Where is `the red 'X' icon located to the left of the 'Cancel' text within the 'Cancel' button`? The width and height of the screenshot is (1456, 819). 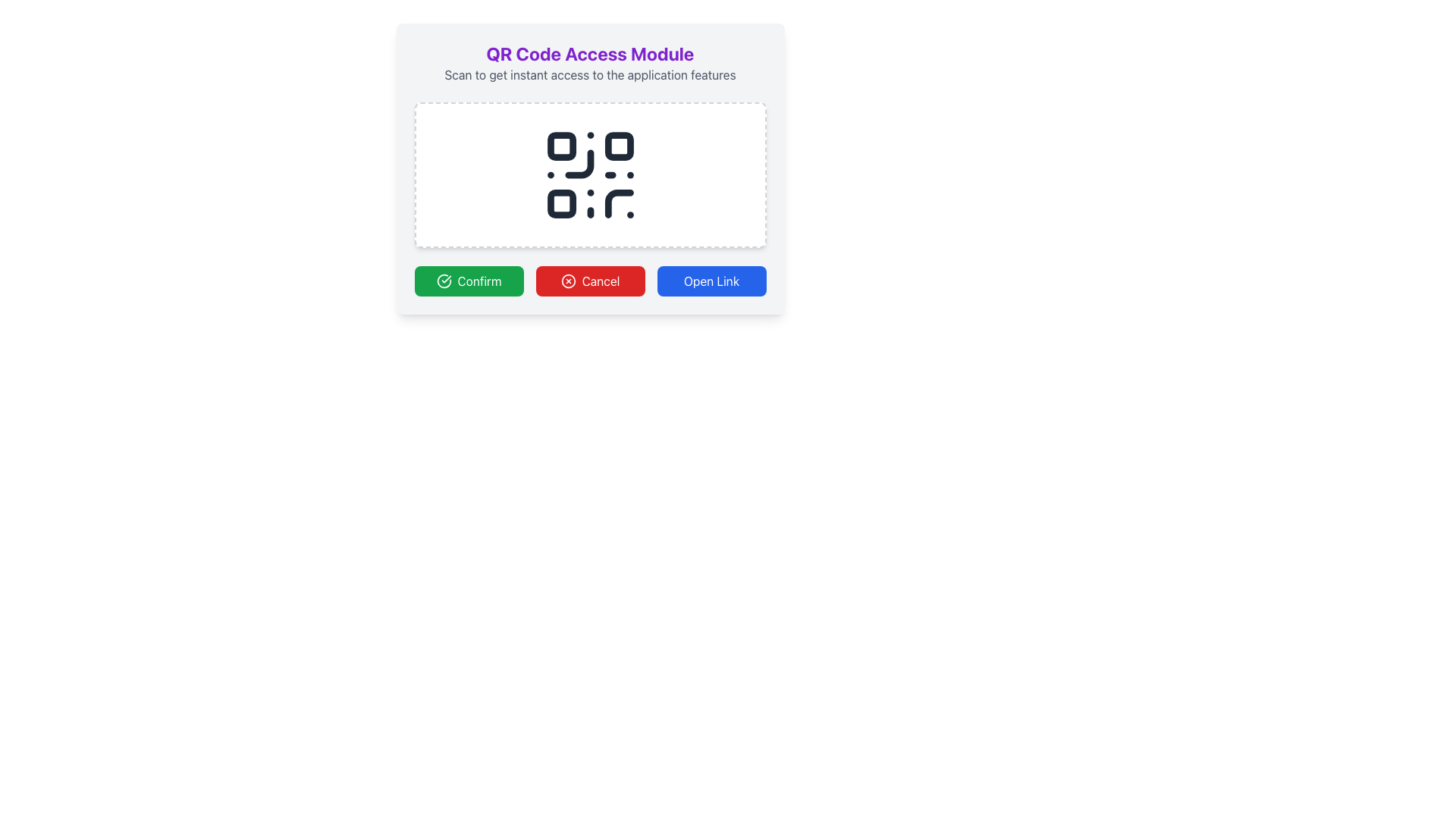 the red 'X' icon located to the left of the 'Cancel' text within the 'Cancel' button is located at coordinates (567, 281).